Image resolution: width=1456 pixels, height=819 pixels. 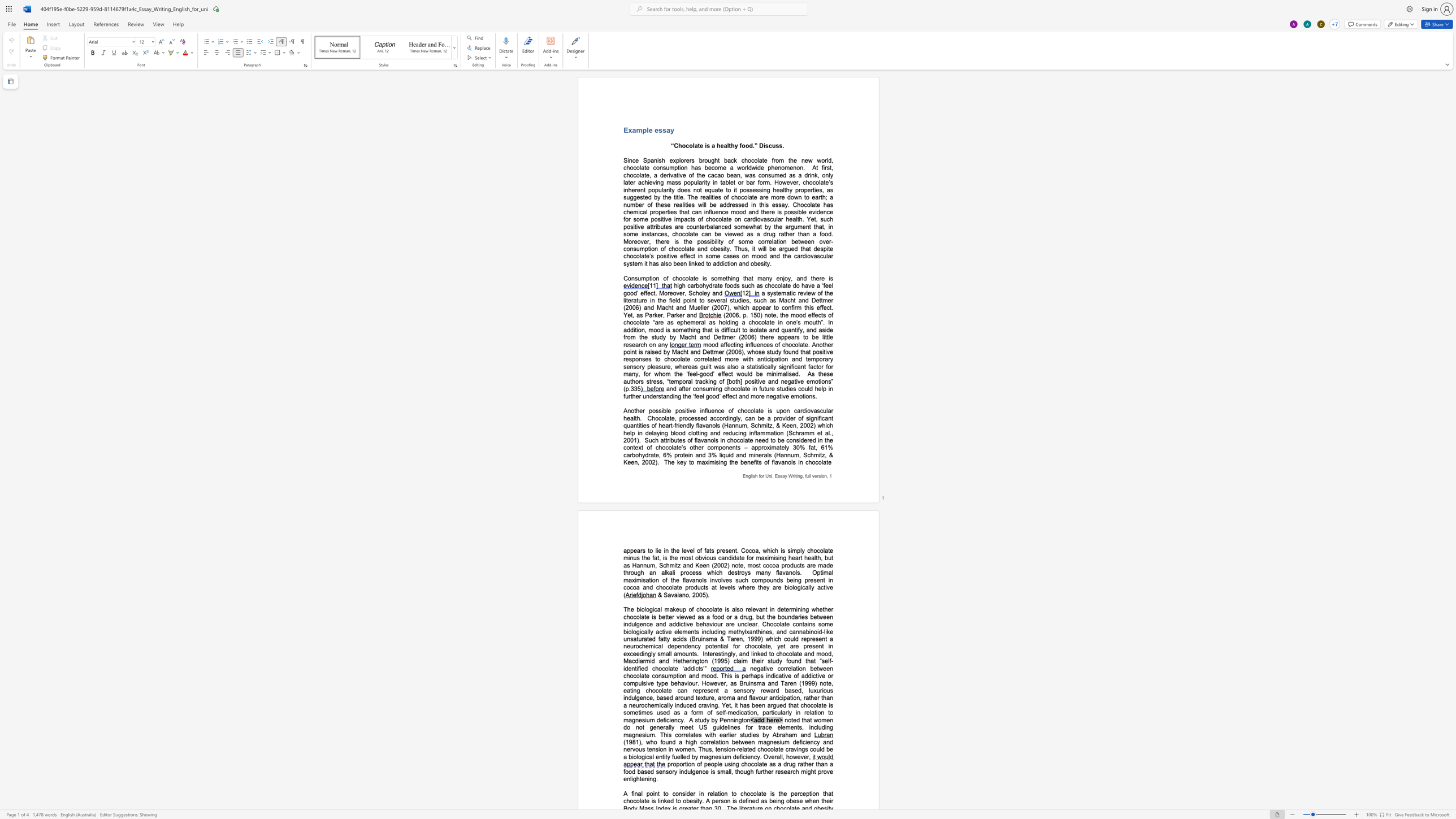 I want to click on the space between the continuous character "c" and "u" in the text, so click(x=772, y=146).